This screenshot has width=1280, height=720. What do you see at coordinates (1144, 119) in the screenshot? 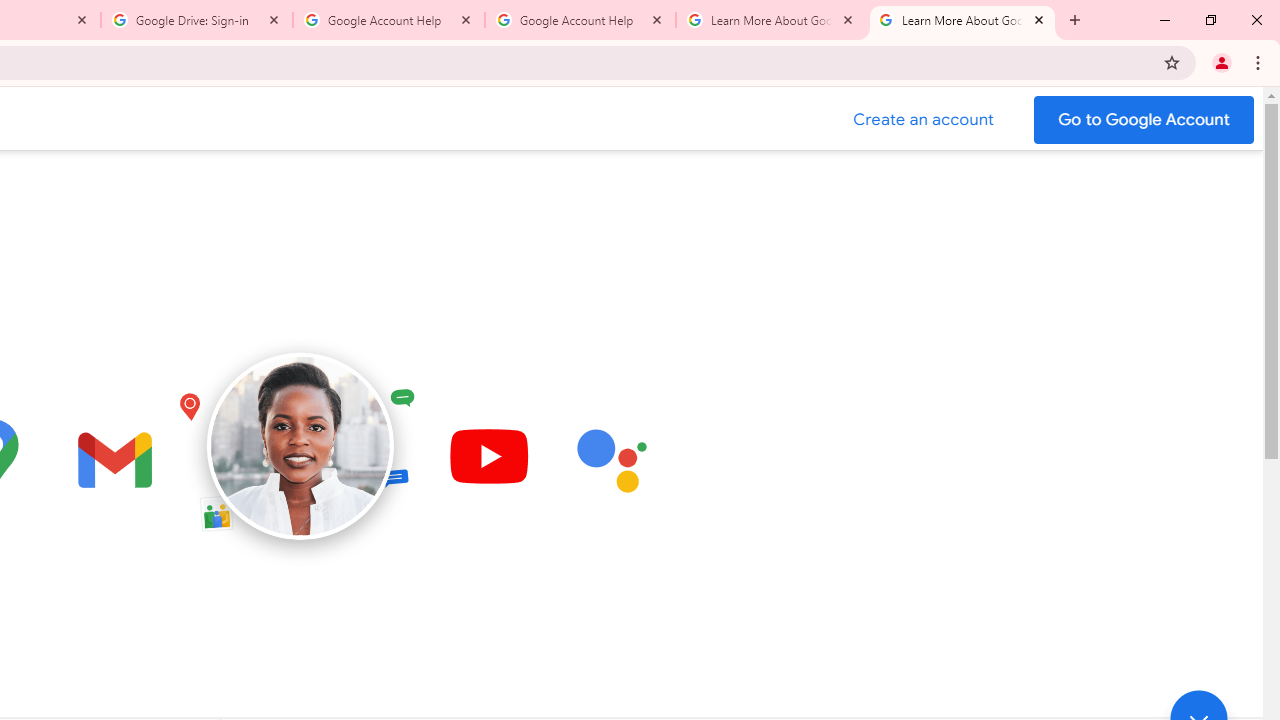
I see `'Go to your Google Account'` at bounding box center [1144, 119].